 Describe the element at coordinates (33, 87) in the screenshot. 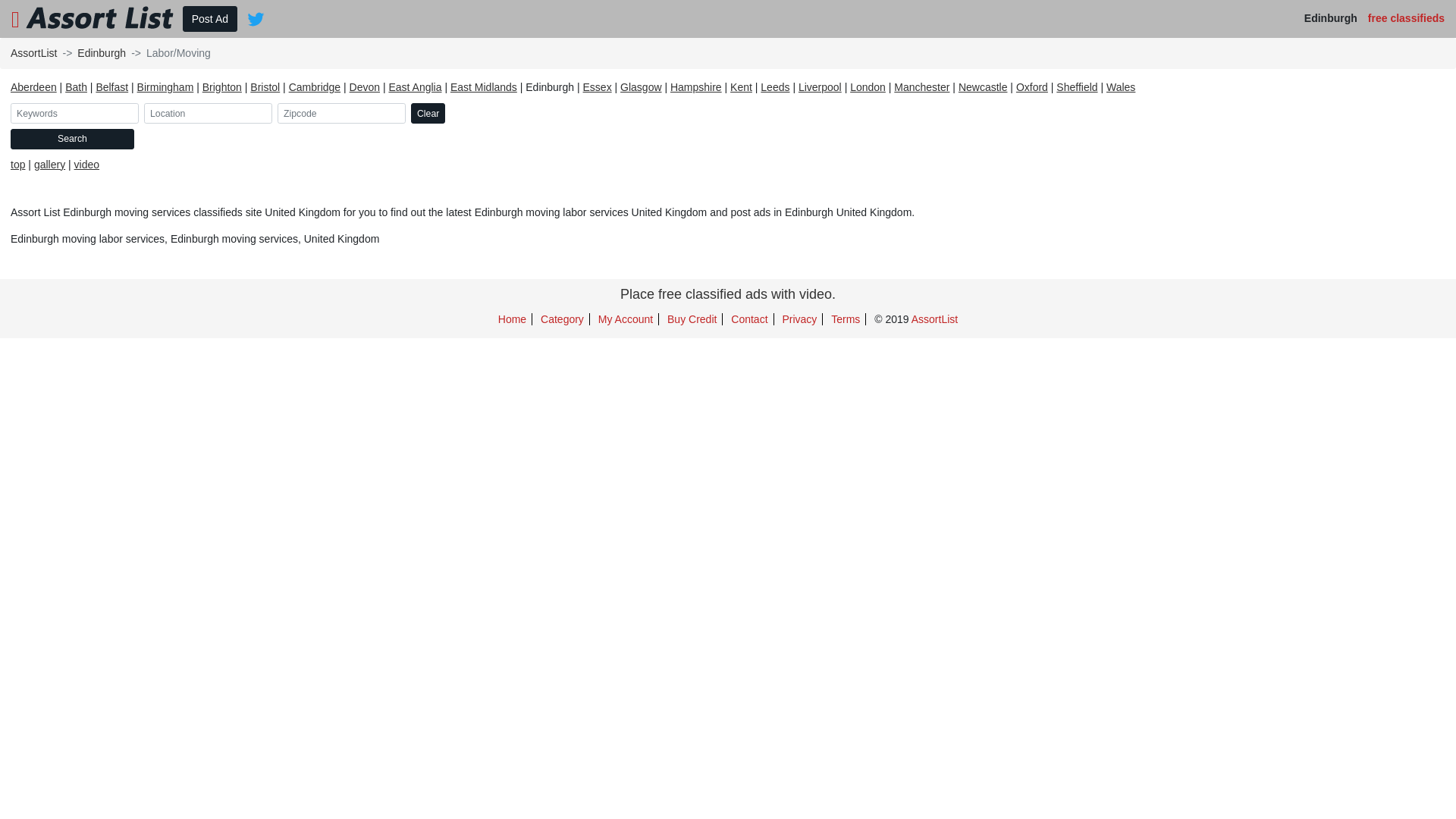

I see `'Aberdeen'` at that location.